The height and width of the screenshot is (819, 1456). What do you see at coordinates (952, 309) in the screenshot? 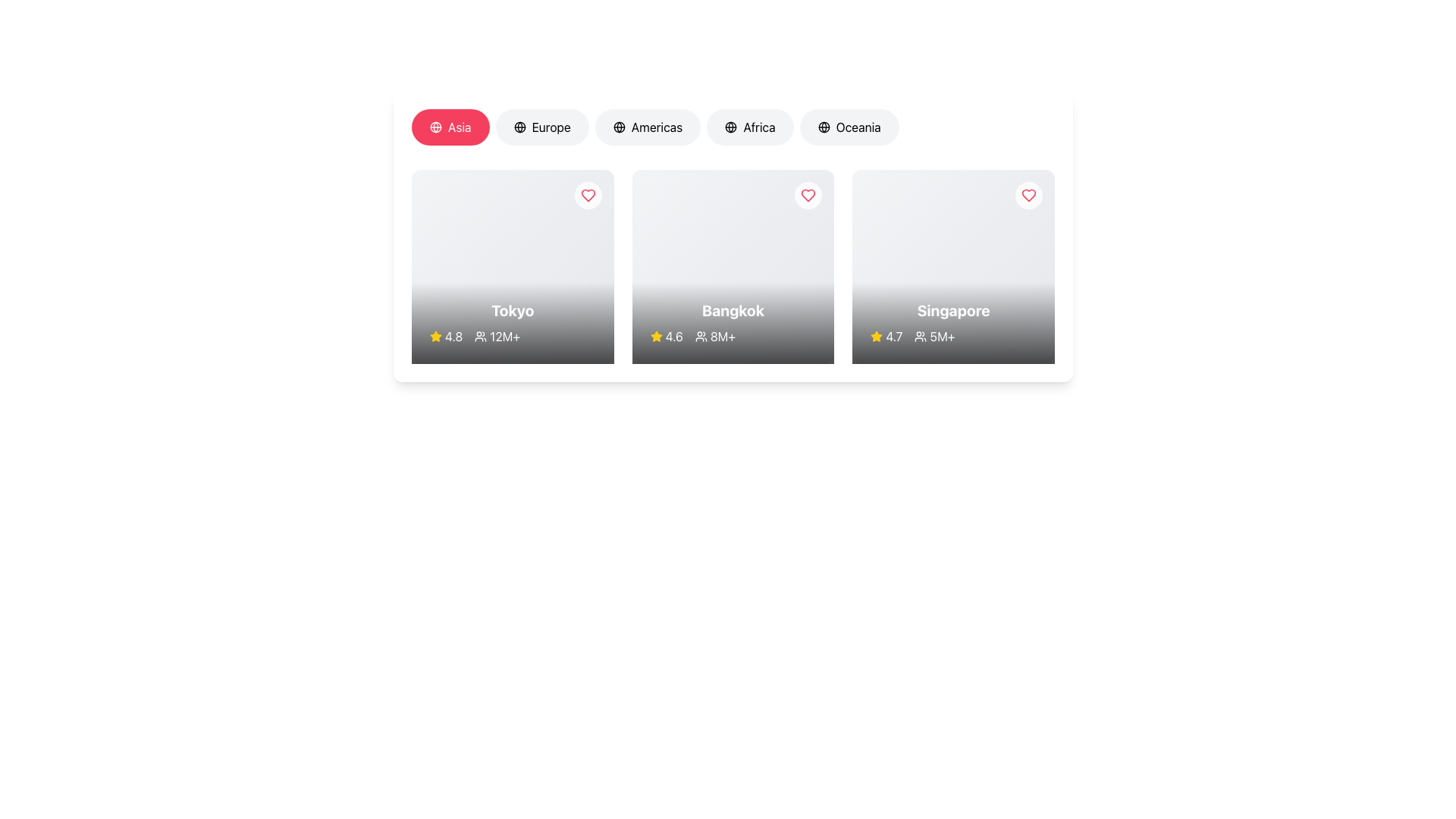
I see `the right-aligned text label identifying the content of the card for Singapore, located in the bottom section of the card layout` at bounding box center [952, 309].